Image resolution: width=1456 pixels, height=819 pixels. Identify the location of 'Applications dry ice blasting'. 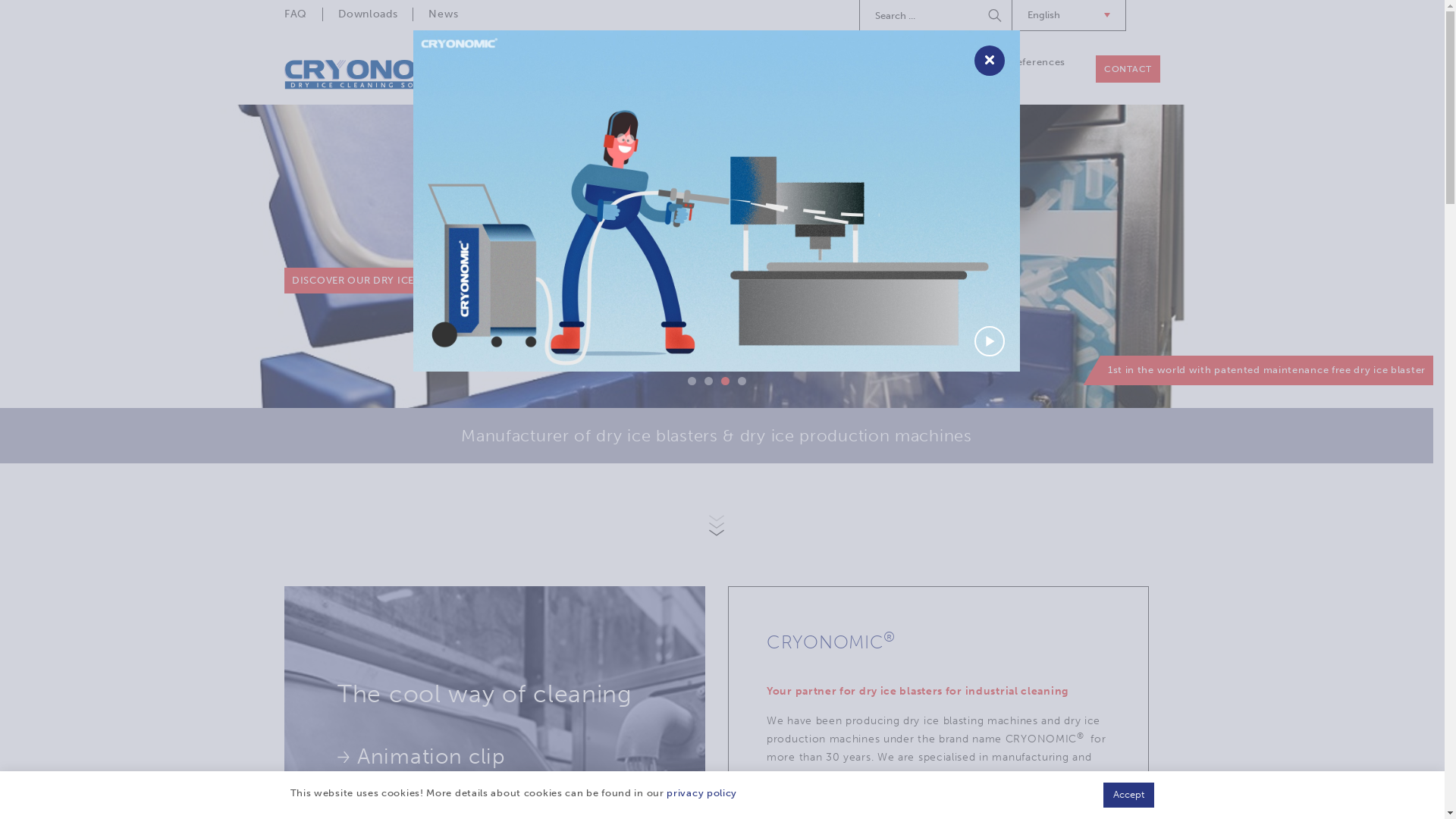
(910, 69).